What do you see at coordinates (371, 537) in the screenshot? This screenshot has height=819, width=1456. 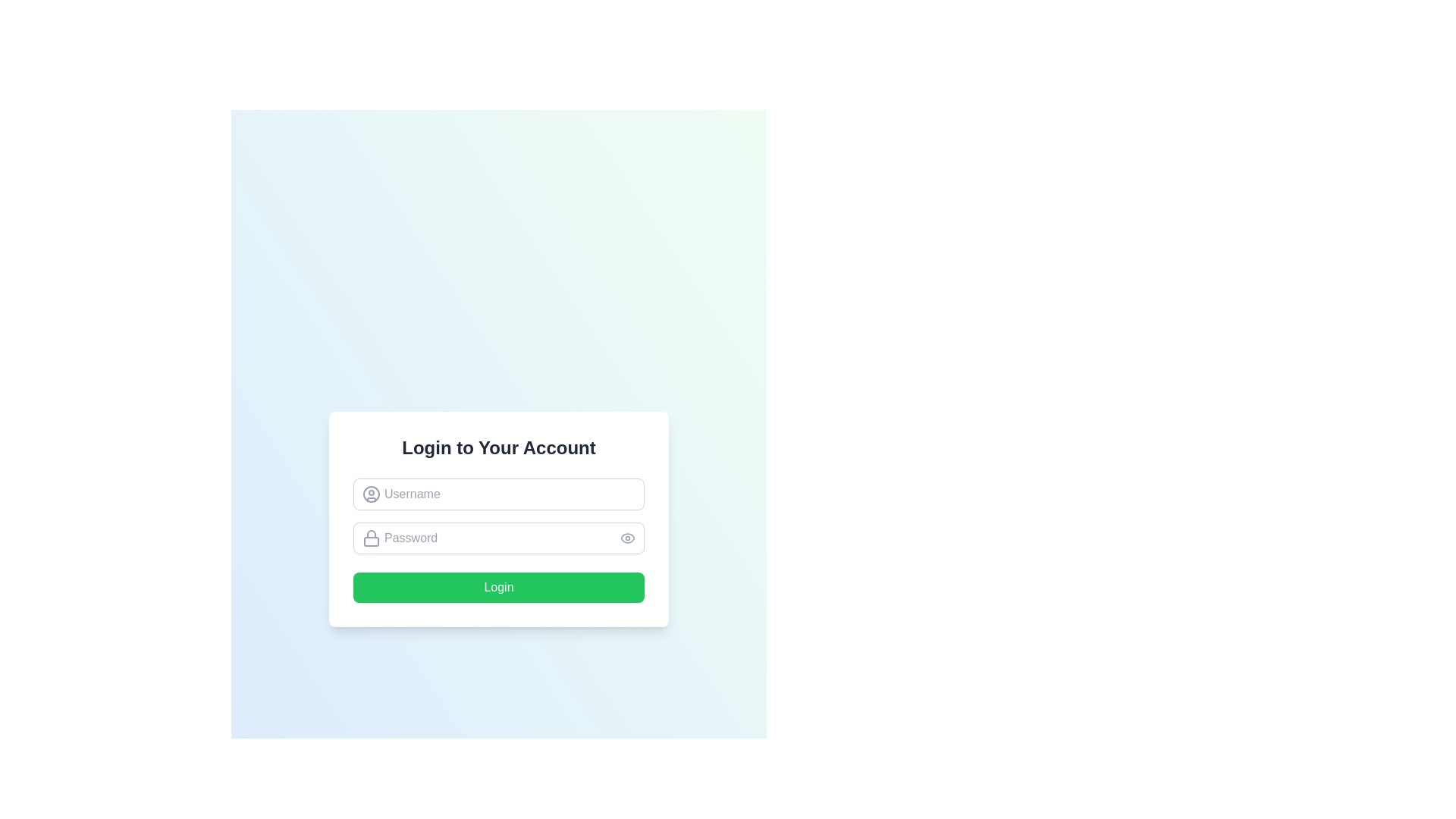 I see `the SVG lock icon element, which is styled with a gray stroke color and positioned to the left of the 'Password' input field in the login form` at bounding box center [371, 537].